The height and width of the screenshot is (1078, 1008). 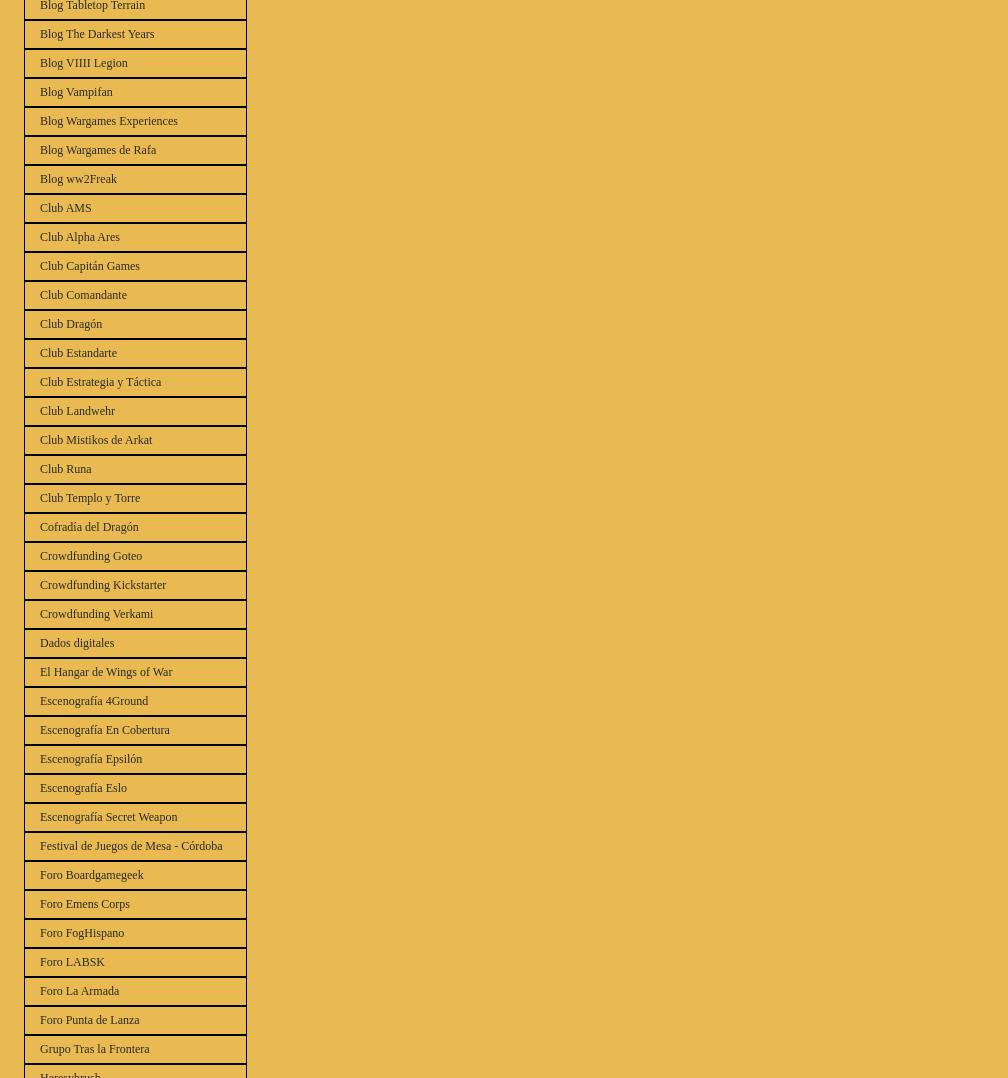 What do you see at coordinates (106, 672) in the screenshot?
I see `'El Hangar de Wings of War'` at bounding box center [106, 672].